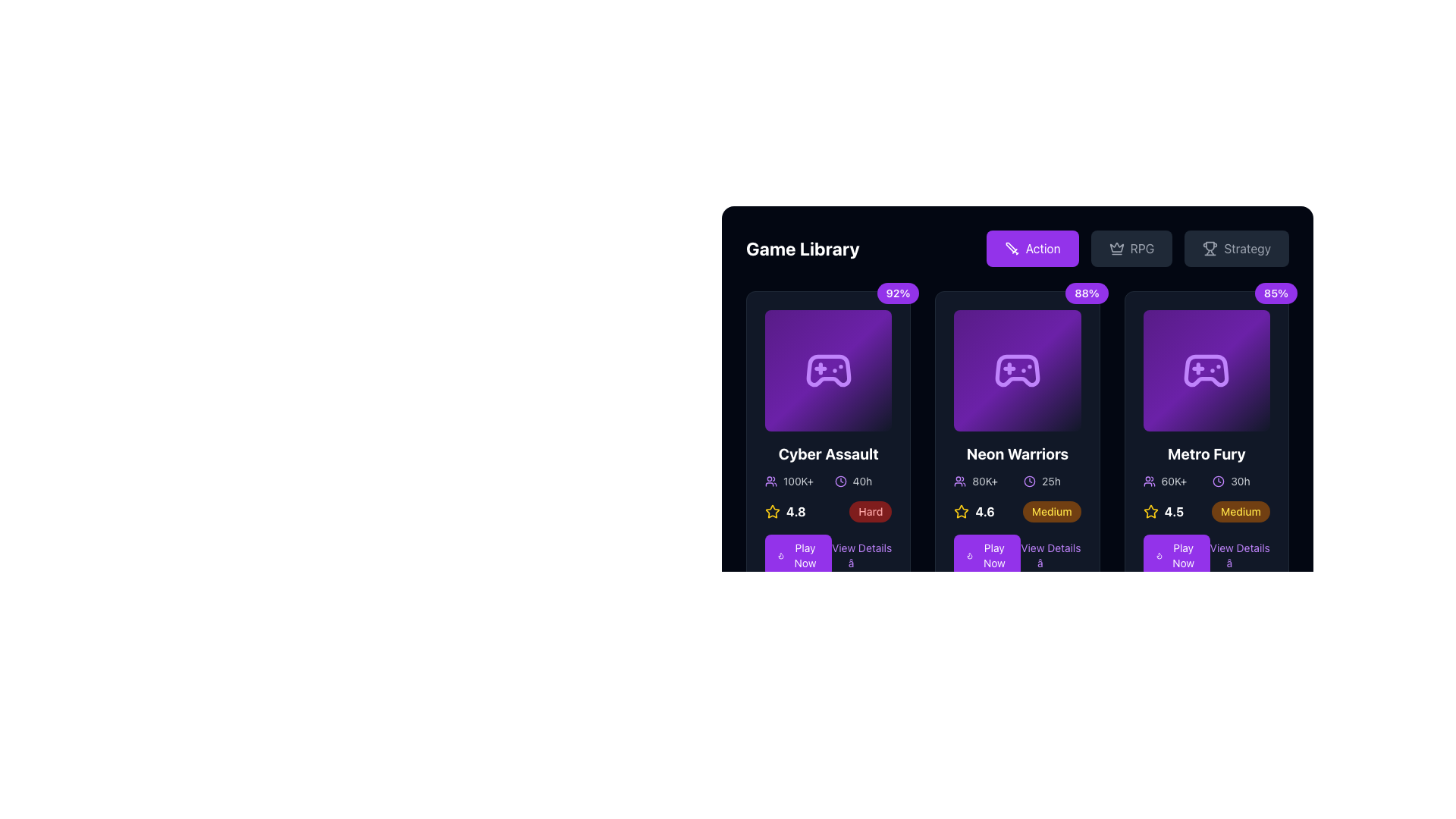  Describe the element at coordinates (987, 555) in the screenshot. I see `the purple 'Play Now' button with rounded corners and a flame icon, located in the bottom section of the 'Neon Warriors' card` at that location.